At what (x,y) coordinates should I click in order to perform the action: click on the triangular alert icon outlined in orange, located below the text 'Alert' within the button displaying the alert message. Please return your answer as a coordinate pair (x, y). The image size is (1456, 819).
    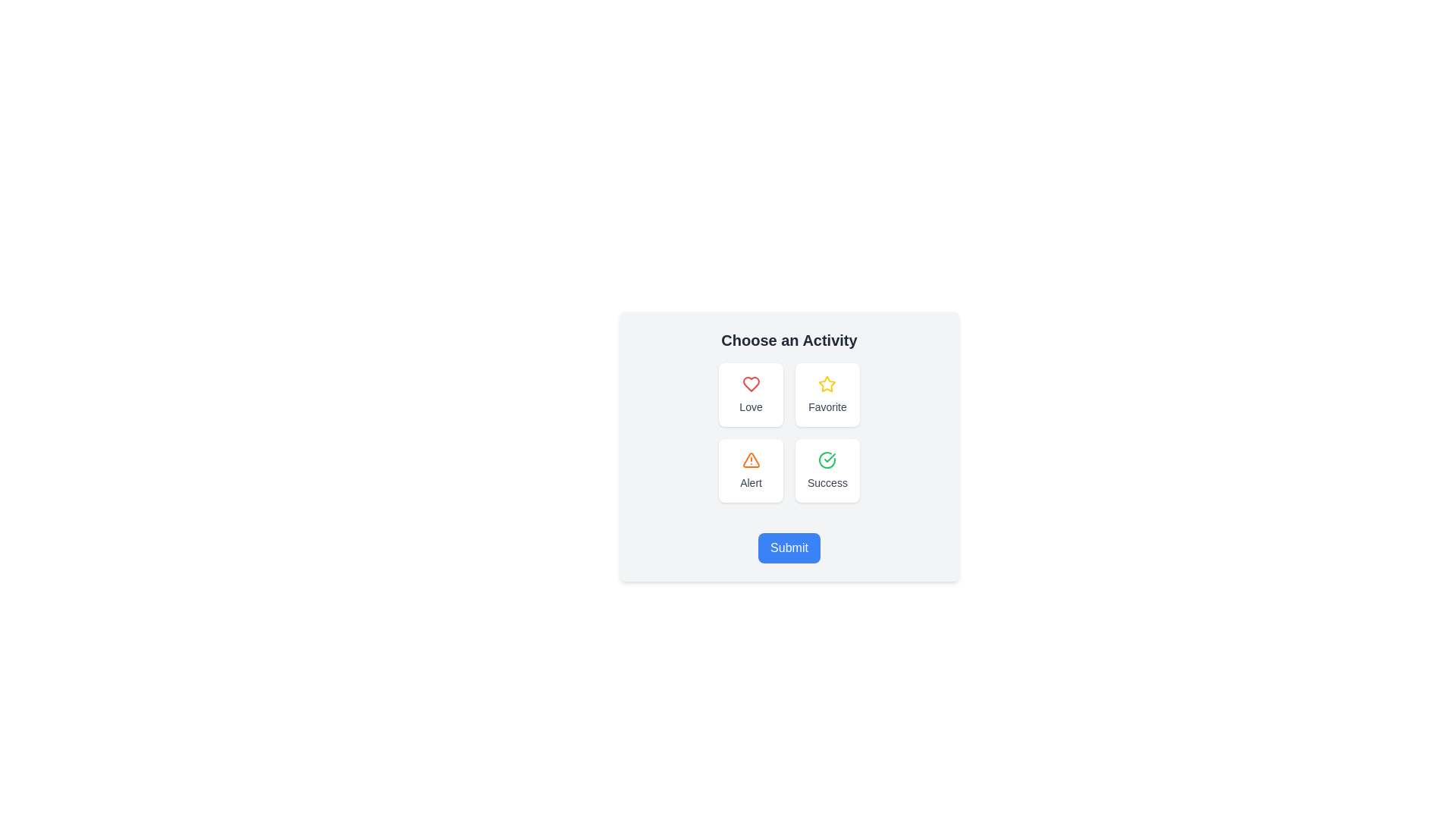
    Looking at the image, I should click on (751, 459).